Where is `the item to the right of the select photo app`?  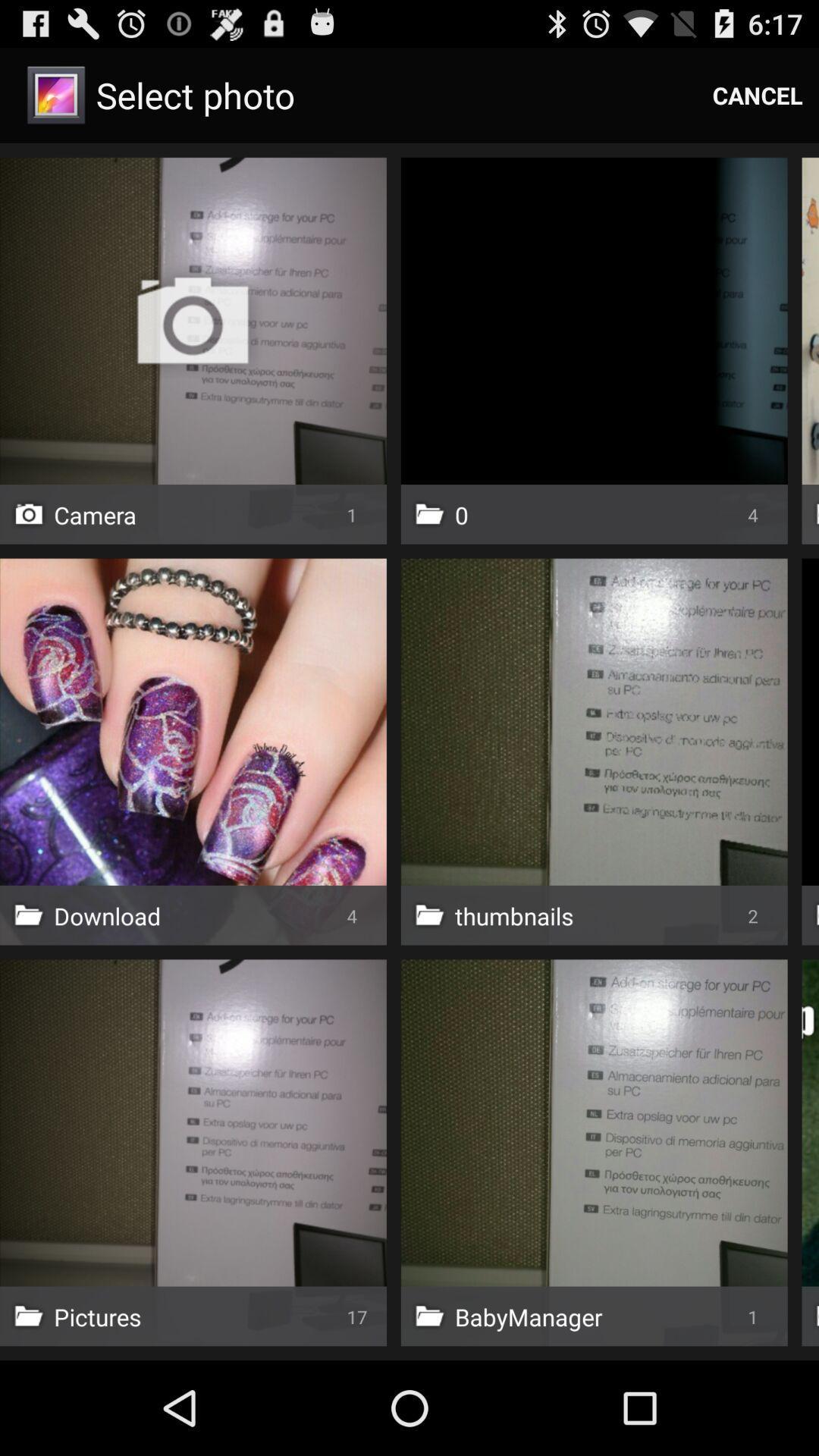 the item to the right of the select photo app is located at coordinates (758, 94).